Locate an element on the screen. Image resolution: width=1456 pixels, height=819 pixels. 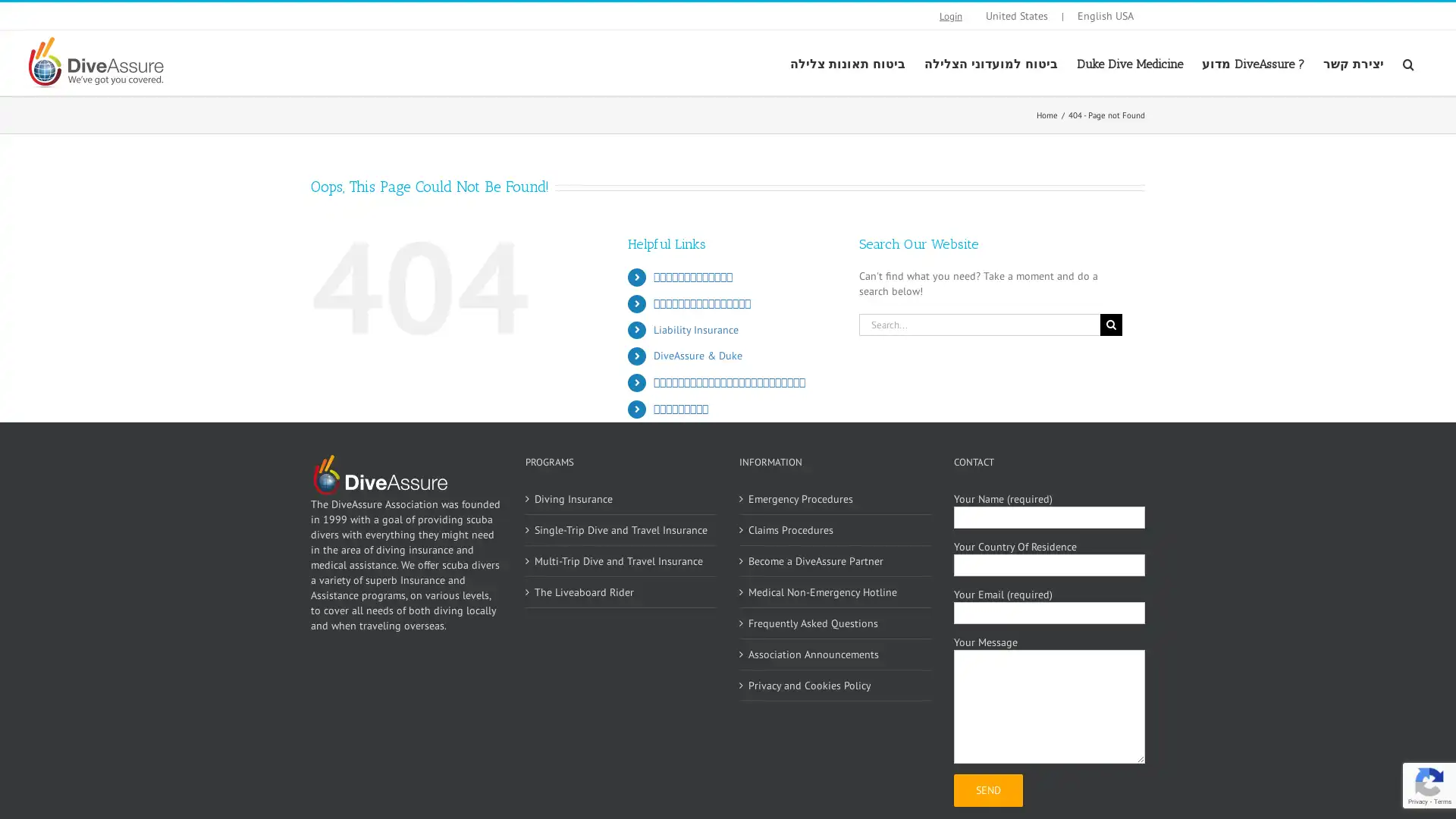
Search is located at coordinates (1110, 323).